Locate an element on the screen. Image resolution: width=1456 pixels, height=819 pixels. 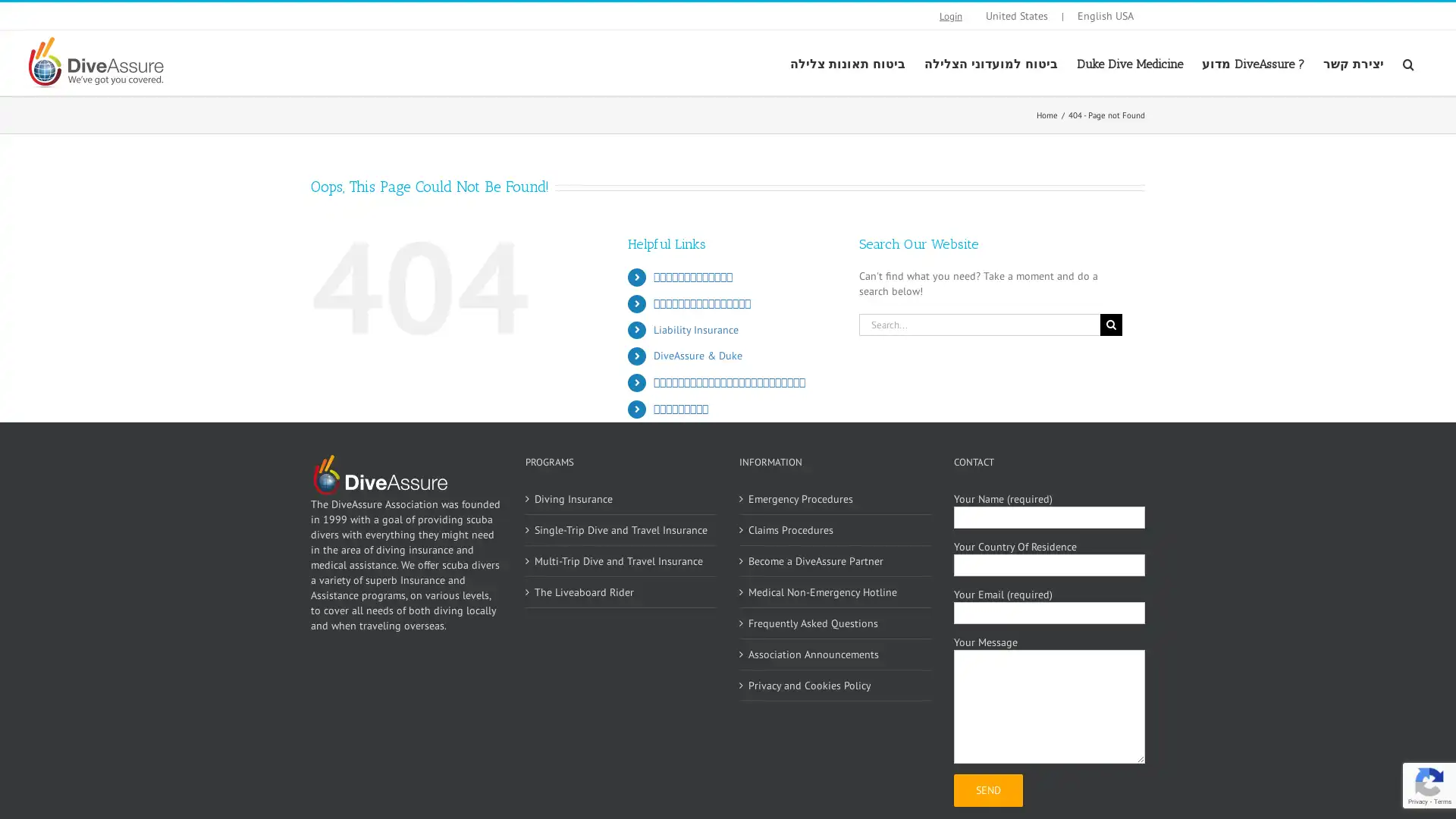
Search is located at coordinates (1110, 323).